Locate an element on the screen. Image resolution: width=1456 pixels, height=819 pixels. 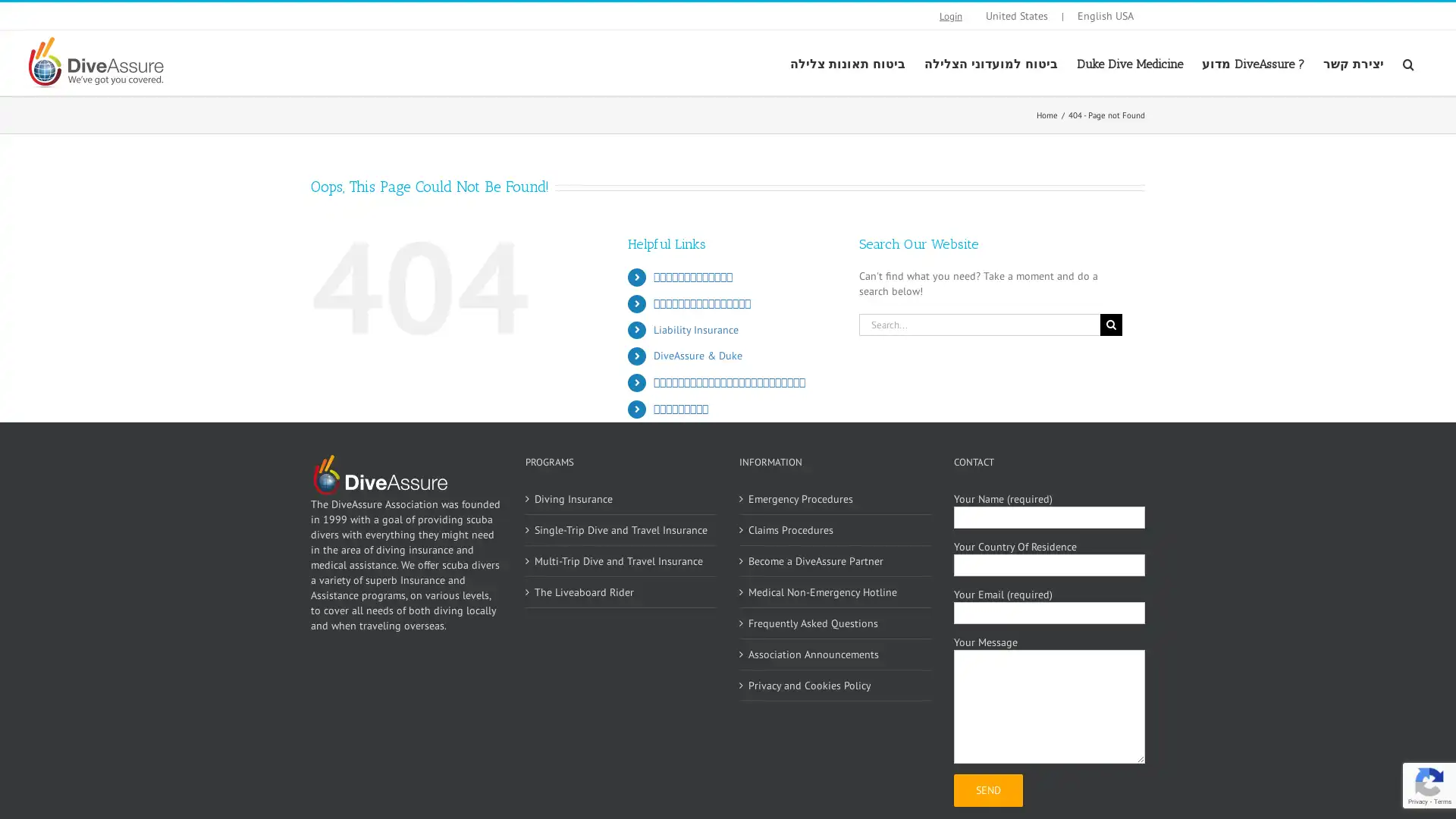
Search is located at coordinates (1110, 323).